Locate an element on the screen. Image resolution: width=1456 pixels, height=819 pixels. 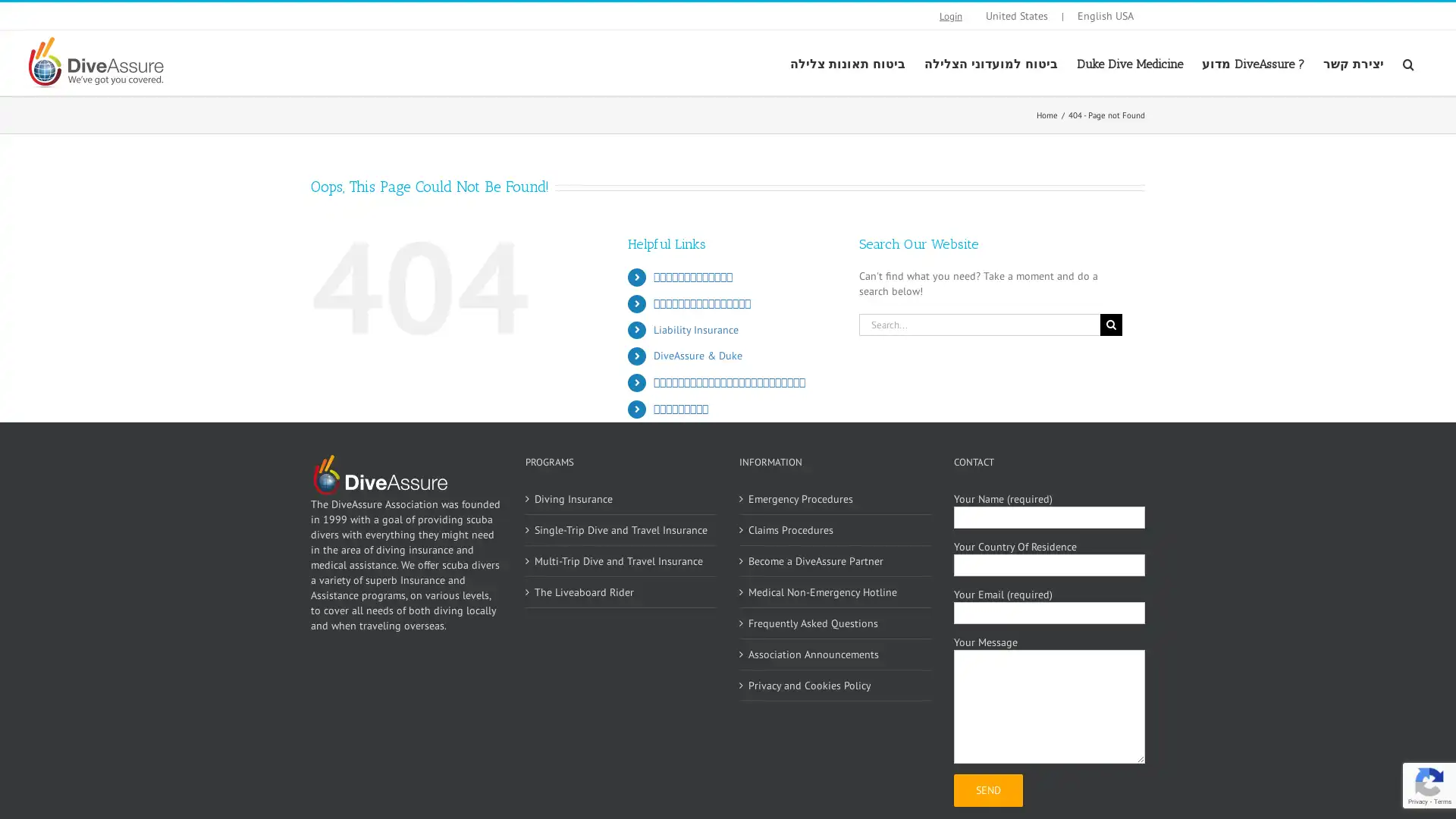
Search is located at coordinates (1110, 323).